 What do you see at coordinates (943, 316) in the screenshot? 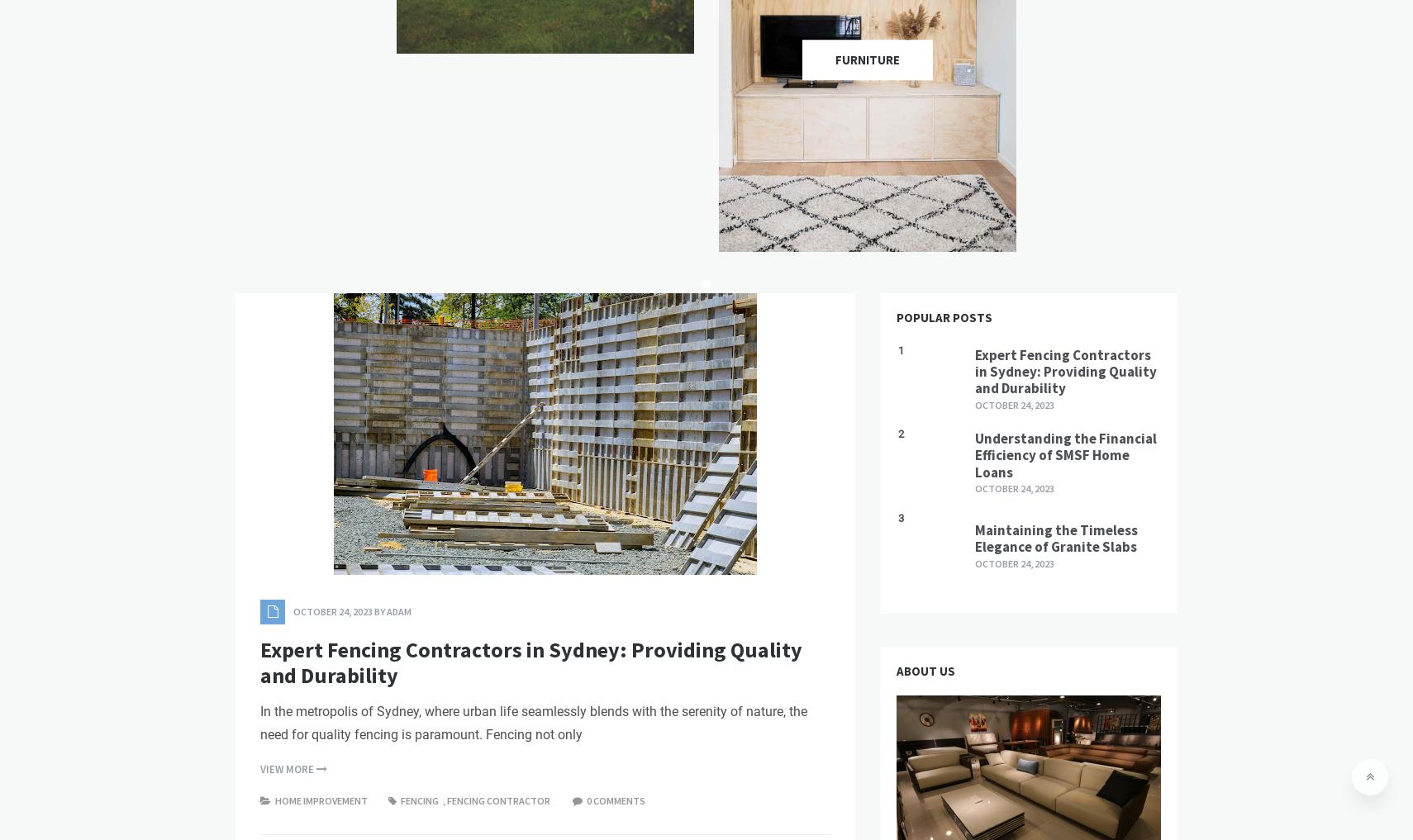
I see `'Popular Posts'` at bounding box center [943, 316].